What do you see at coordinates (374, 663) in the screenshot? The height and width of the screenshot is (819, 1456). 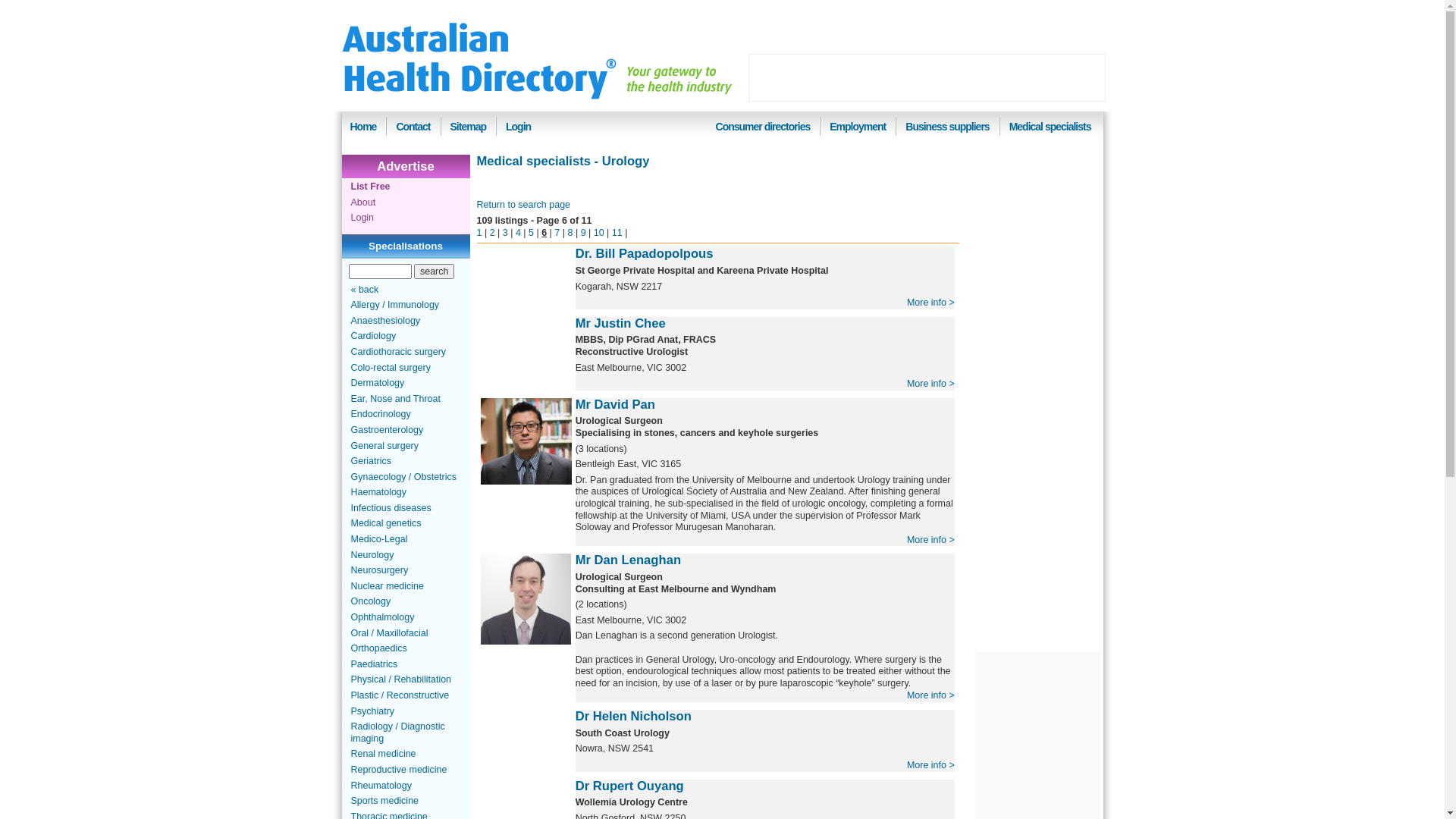 I see `'Paediatrics'` at bounding box center [374, 663].